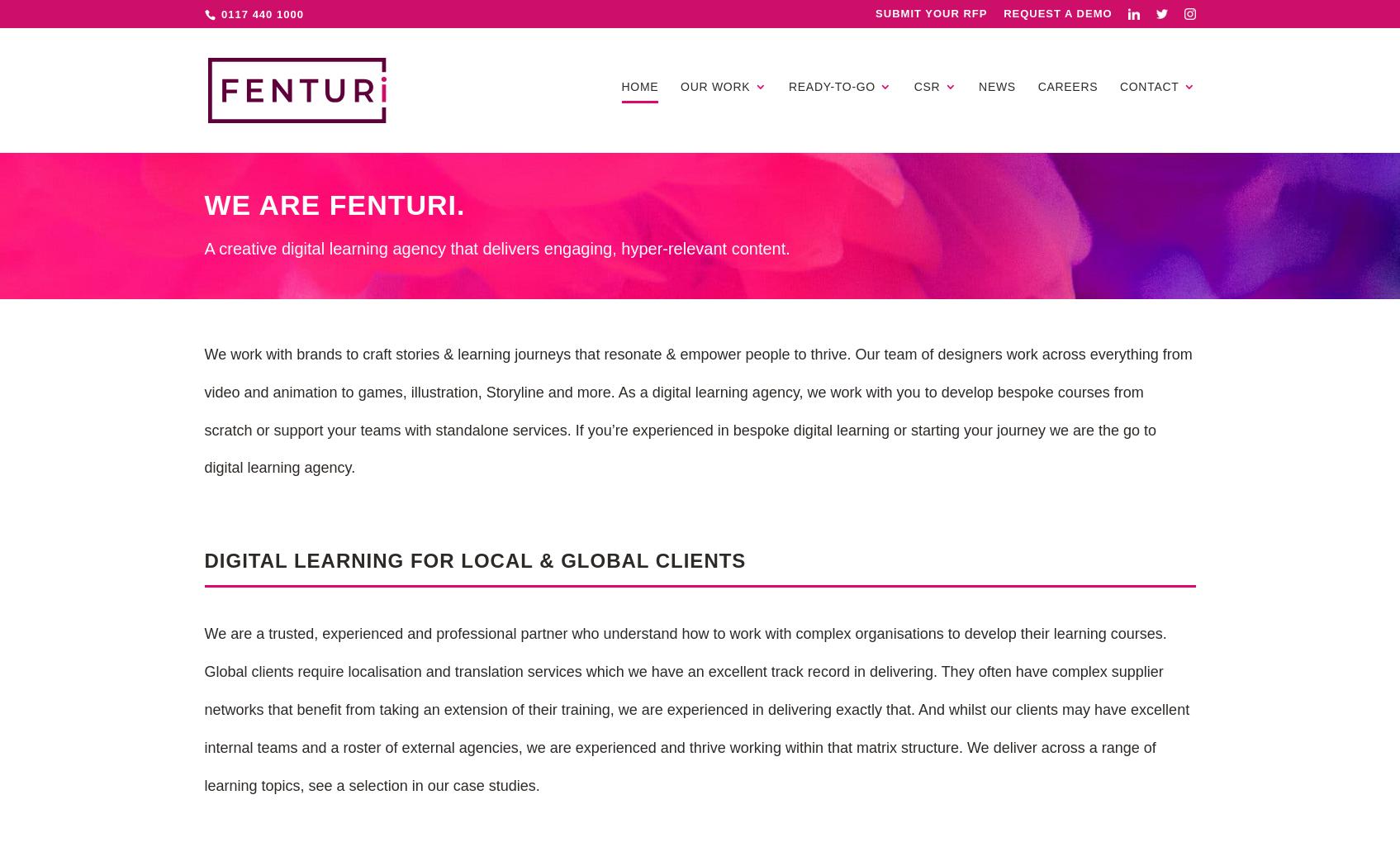 Image resolution: width=1400 pixels, height=852 pixels. What do you see at coordinates (714, 85) in the screenshot?
I see `'Our Work'` at bounding box center [714, 85].